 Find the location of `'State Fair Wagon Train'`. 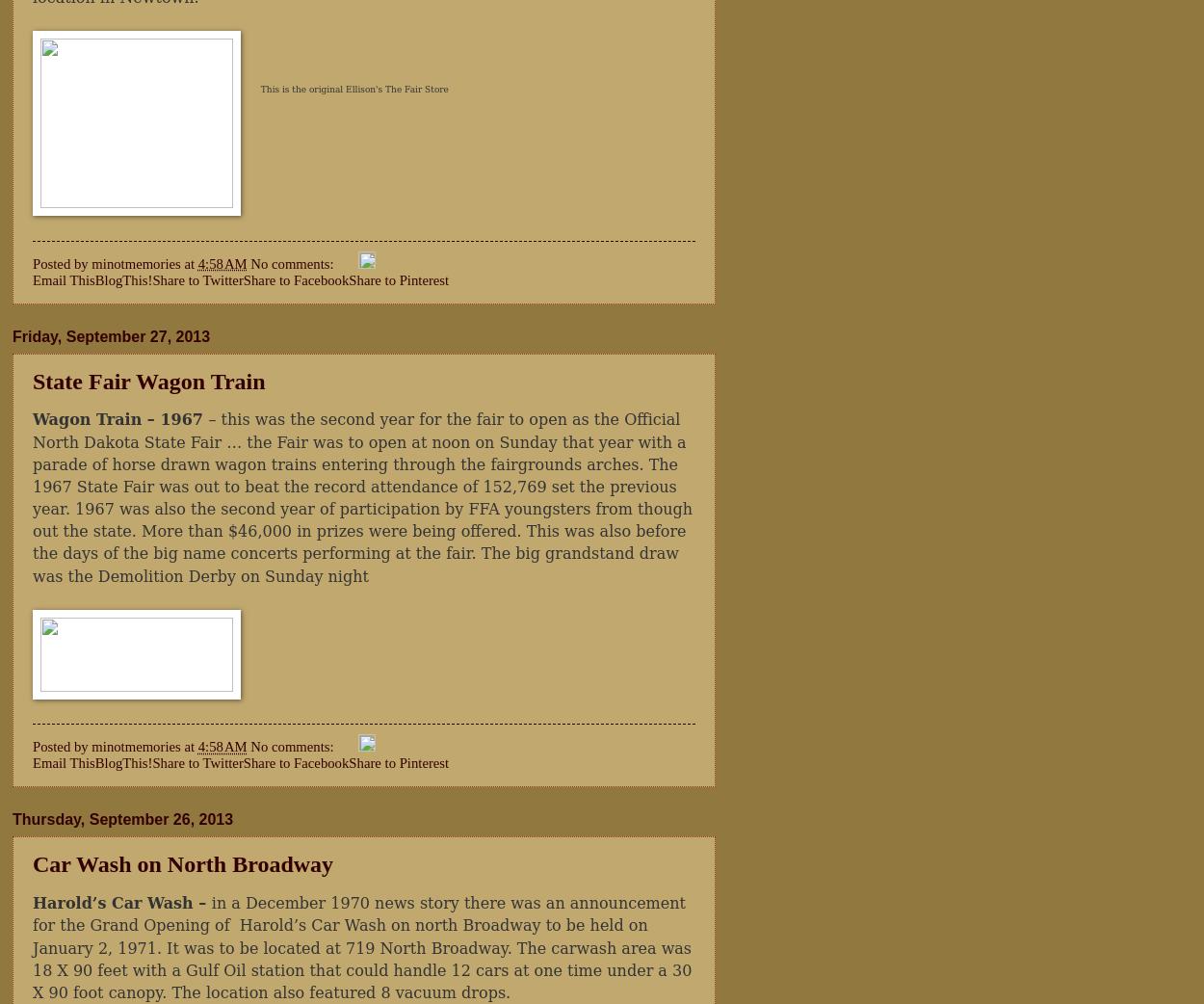

'State Fair Wagon Train' is located at coordinates (33, 380).